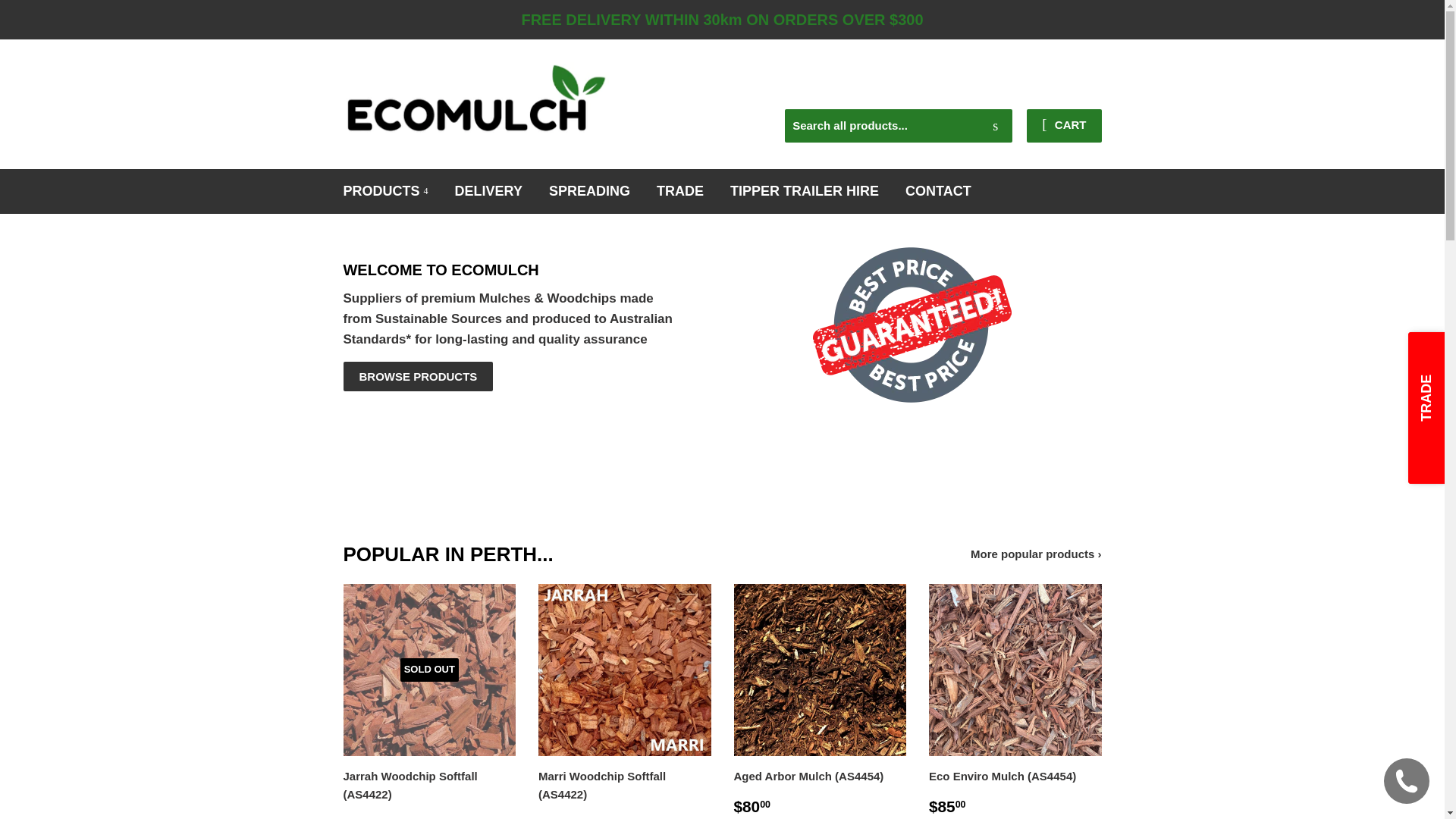 This screenshot has width=1456, height=819. Describe the element at coordinates (937, 190) in the screenshot. I see `'CONTACT'` at that location.